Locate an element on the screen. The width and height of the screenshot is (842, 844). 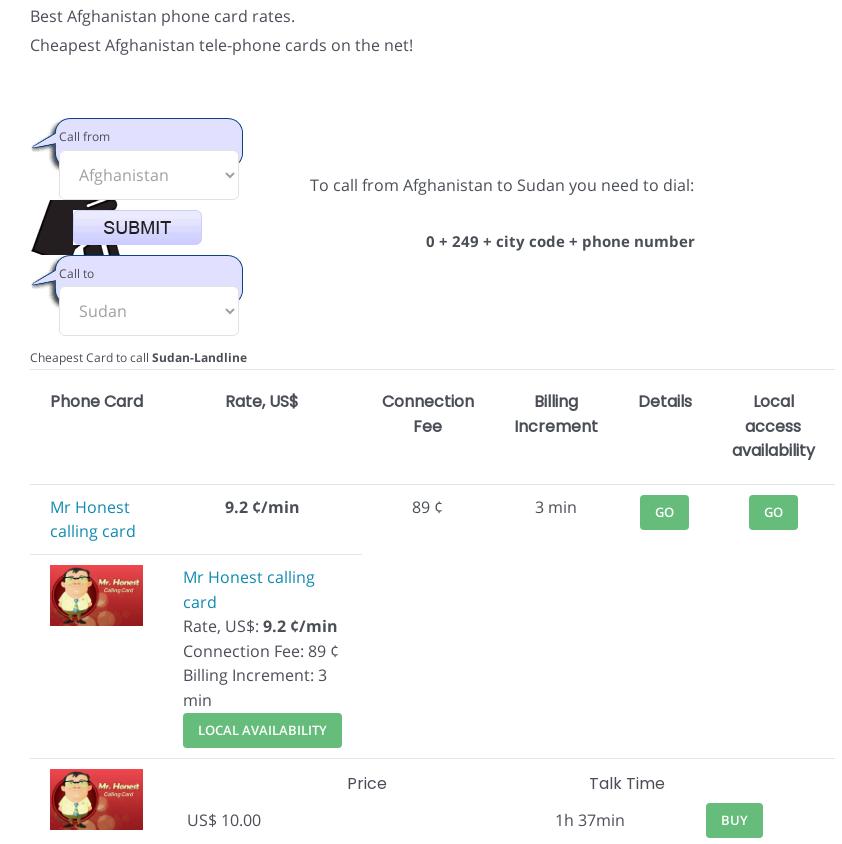
'0 + 249 + city code + phone number' is located at coordinates (558, 239).